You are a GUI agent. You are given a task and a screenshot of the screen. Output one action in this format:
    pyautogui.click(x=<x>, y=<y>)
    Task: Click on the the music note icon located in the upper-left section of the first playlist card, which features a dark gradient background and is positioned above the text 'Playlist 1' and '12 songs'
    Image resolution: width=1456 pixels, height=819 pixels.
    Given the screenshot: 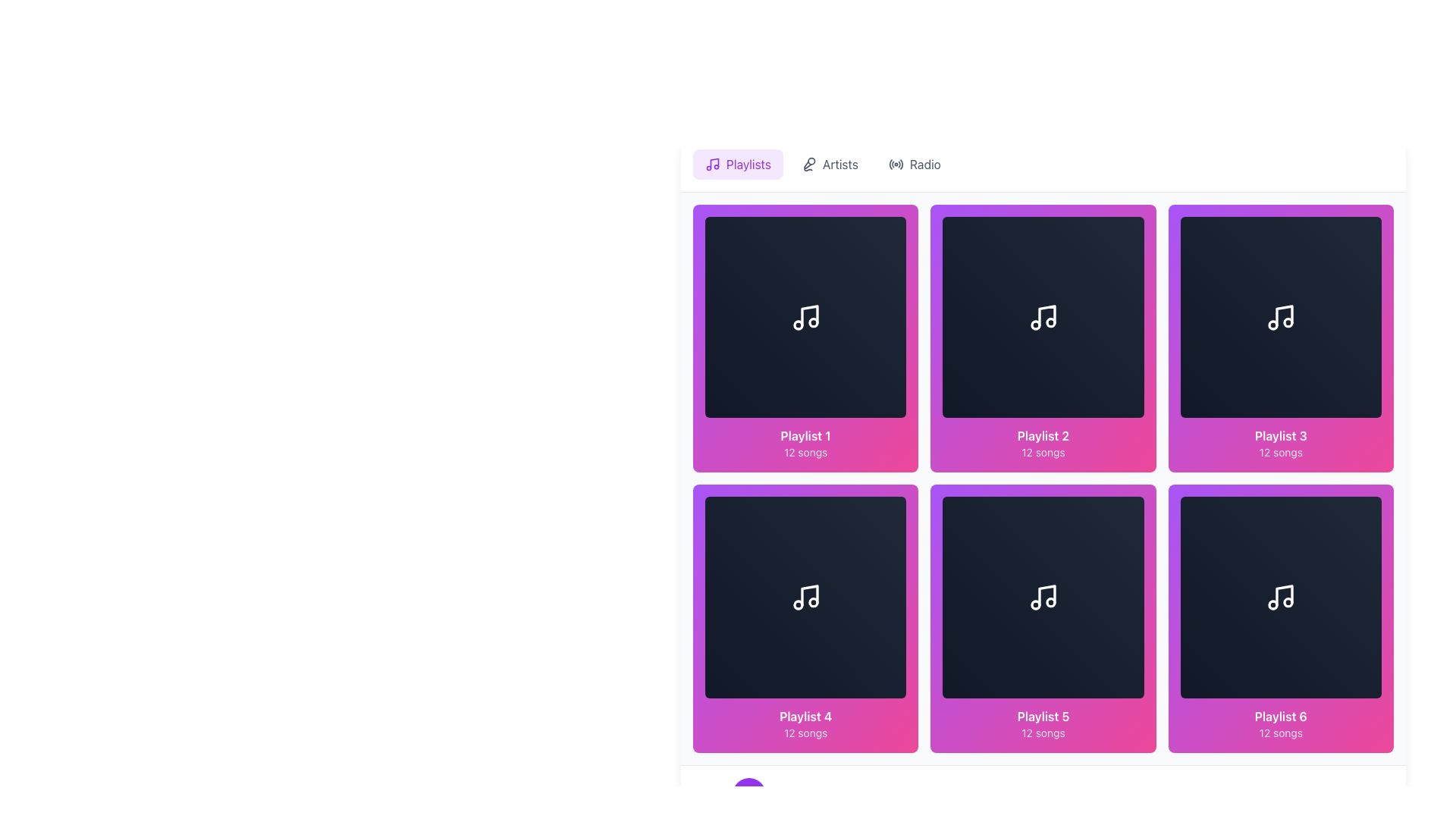 What is the action you would take?
    pyautogui.click(x=805, y=316)
    